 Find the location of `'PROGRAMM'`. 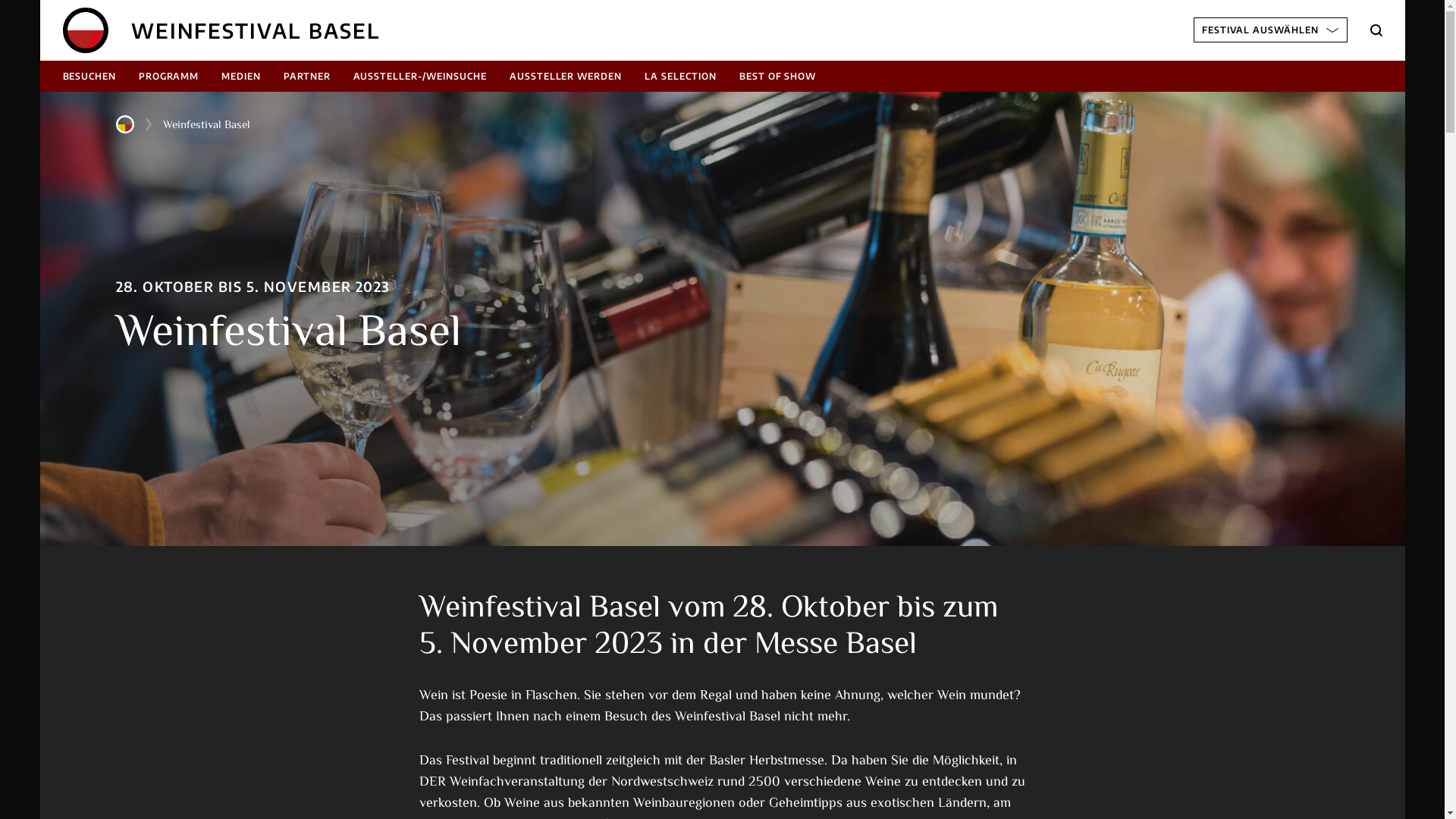

'PROGRAMM' is located at coordinates (168, 76).